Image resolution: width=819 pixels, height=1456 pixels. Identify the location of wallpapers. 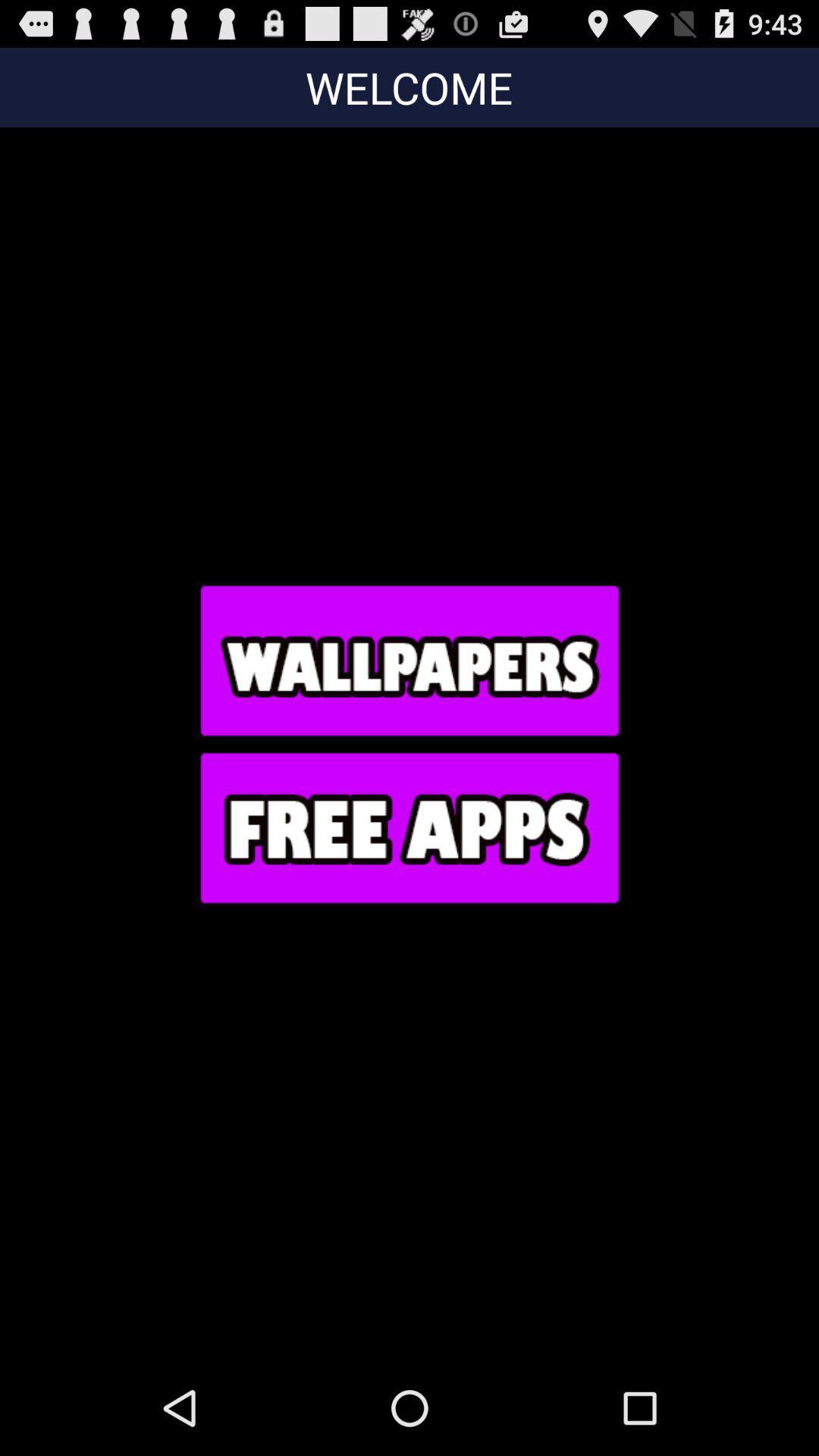
(408, 660).